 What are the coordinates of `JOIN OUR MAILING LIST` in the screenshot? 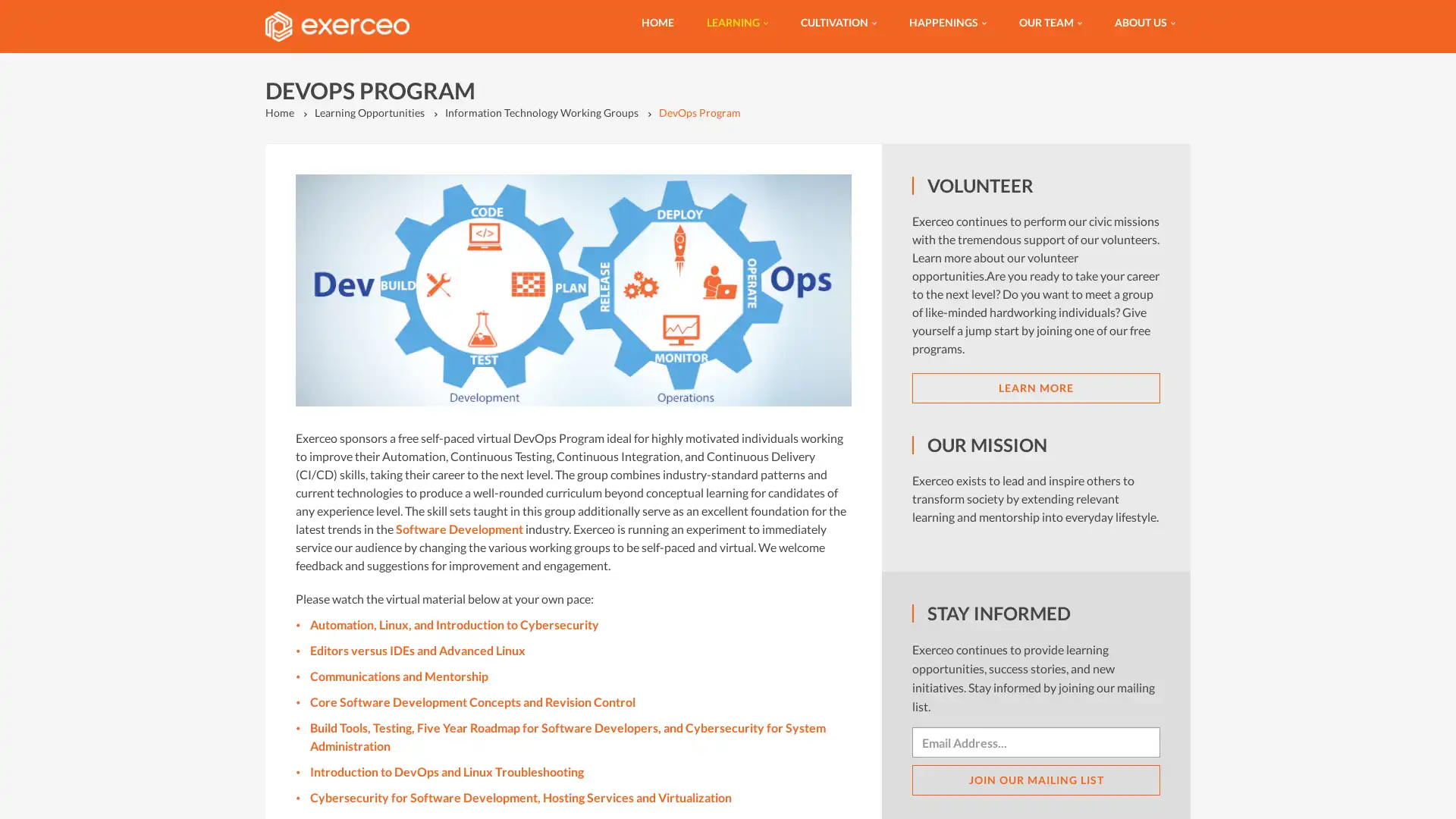 It's located at (1035, 780).